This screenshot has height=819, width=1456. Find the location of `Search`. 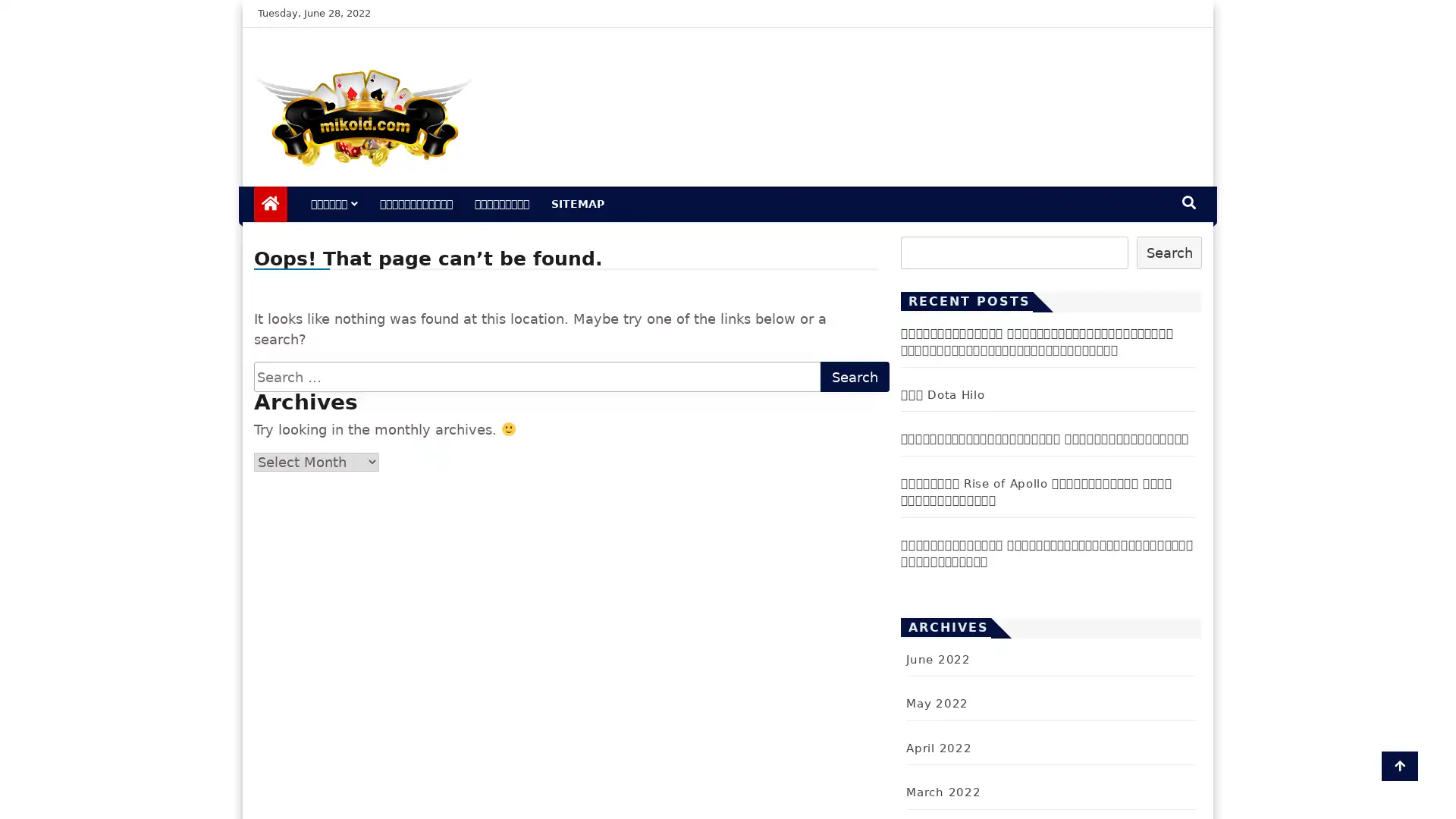

Search is located at coordinates (855, 376).